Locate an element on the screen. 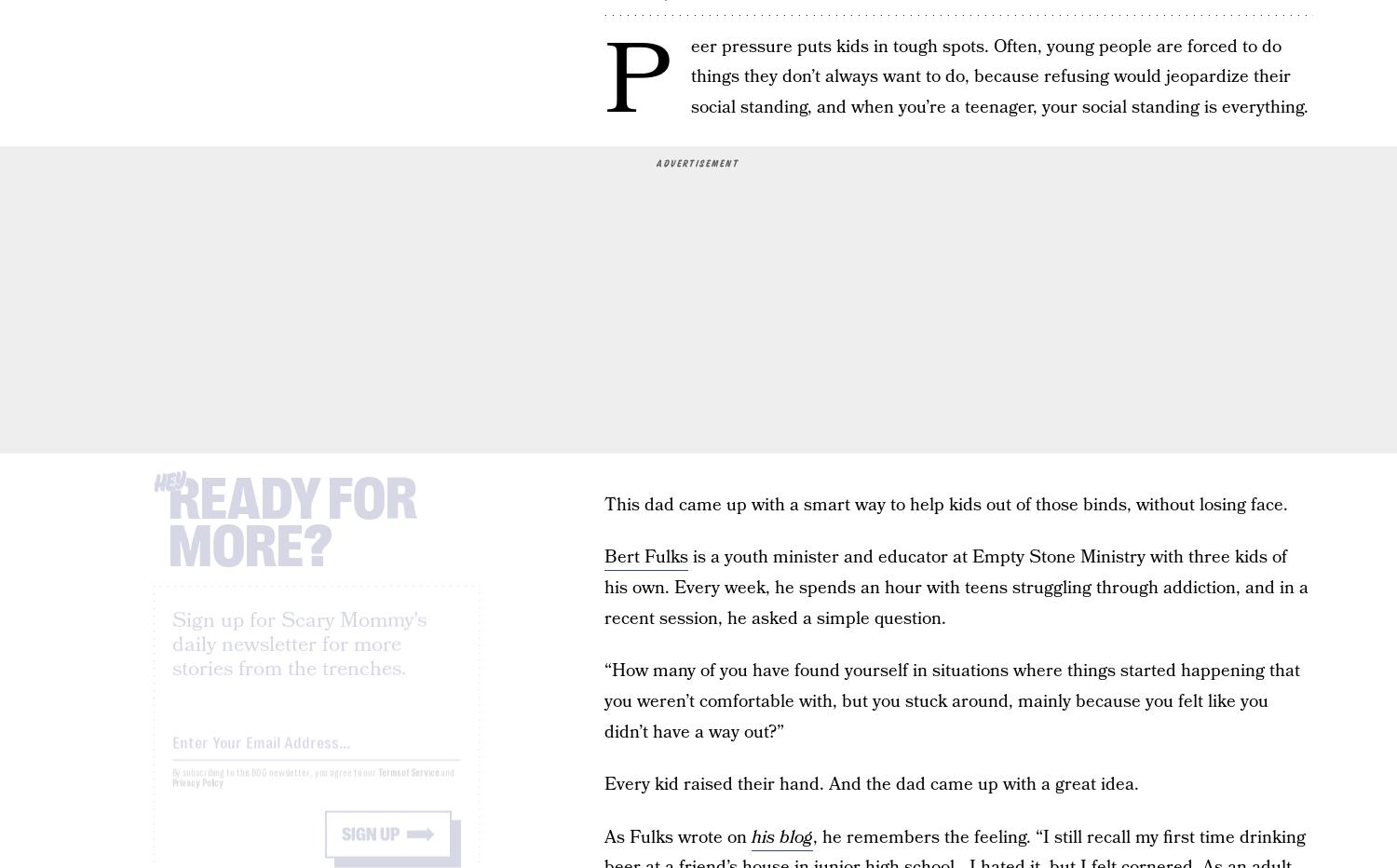  'is a youth minister and educator at Empty Stone Ministry with three kids of his own. Every week, he spends an hour with teens struggling through addiction, and in a recent session, he asked a simple question.' is located at coordinates (956, 586).